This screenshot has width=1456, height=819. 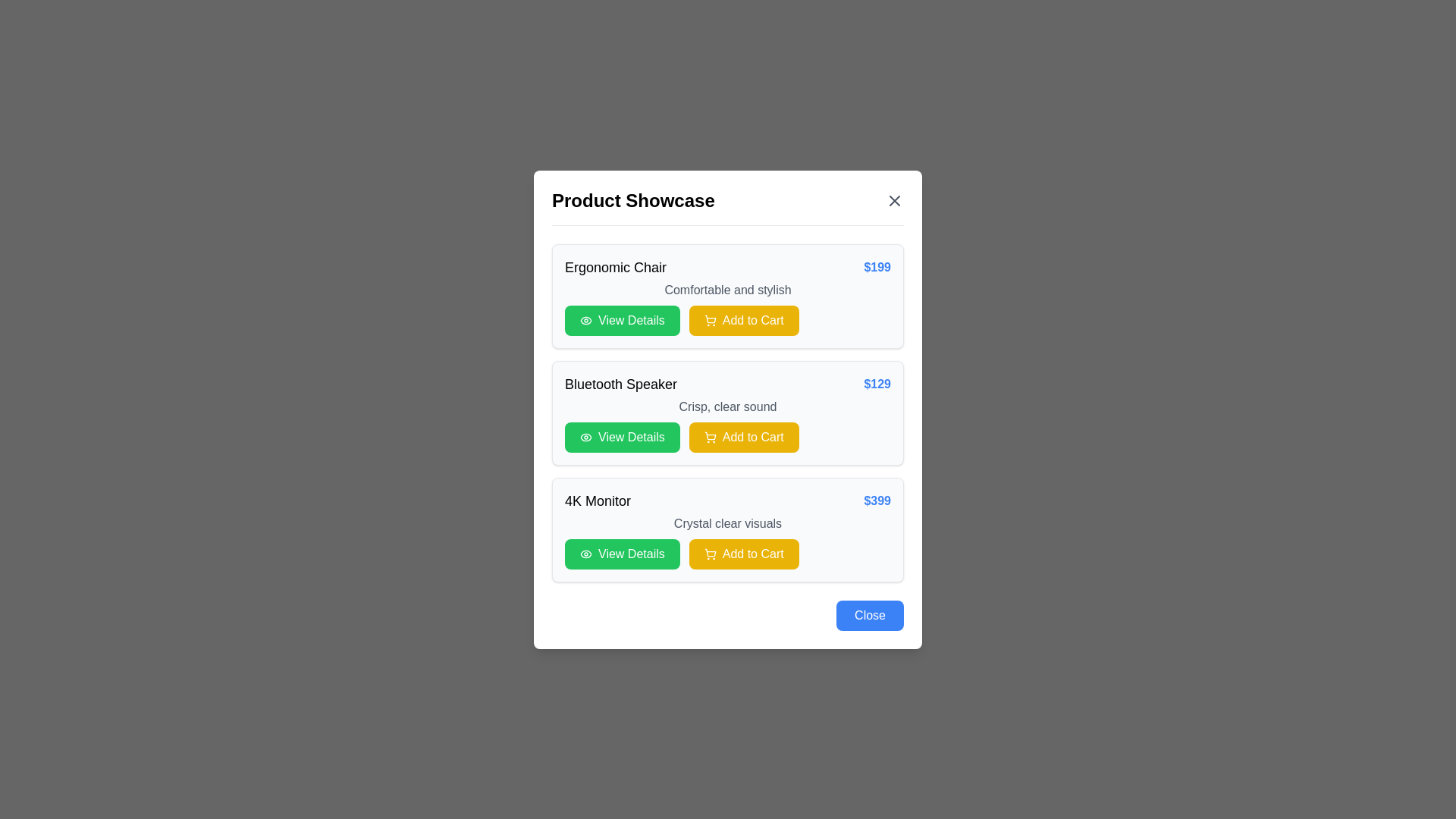 I want to click on the 'Add to Cart' button located in the Action Buttons Group of the third product card for the '4K Monitor', so click(x=728, y=553).